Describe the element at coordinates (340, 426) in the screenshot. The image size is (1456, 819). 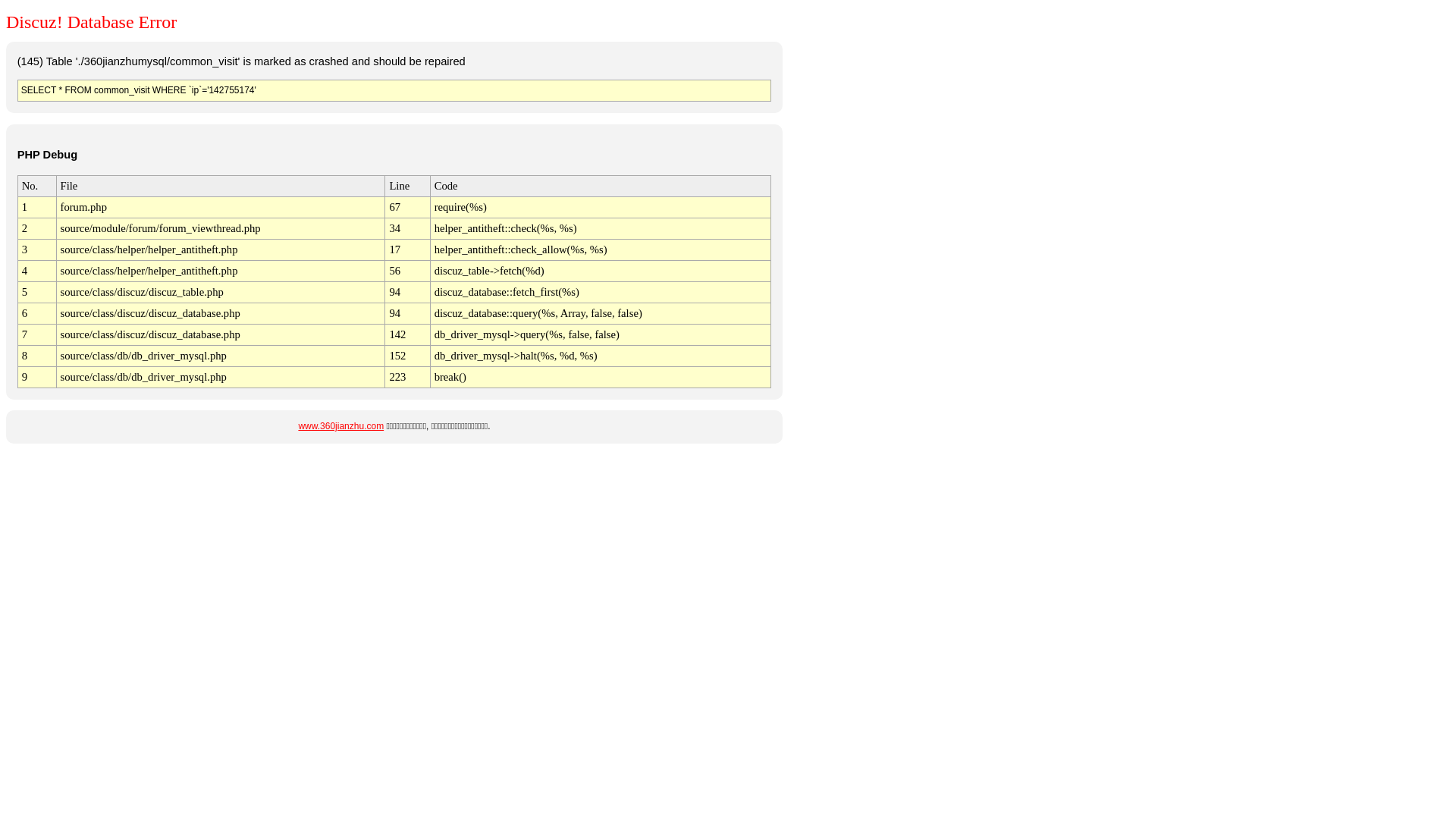
I see `'www.360jianzhu.com'` at that location.